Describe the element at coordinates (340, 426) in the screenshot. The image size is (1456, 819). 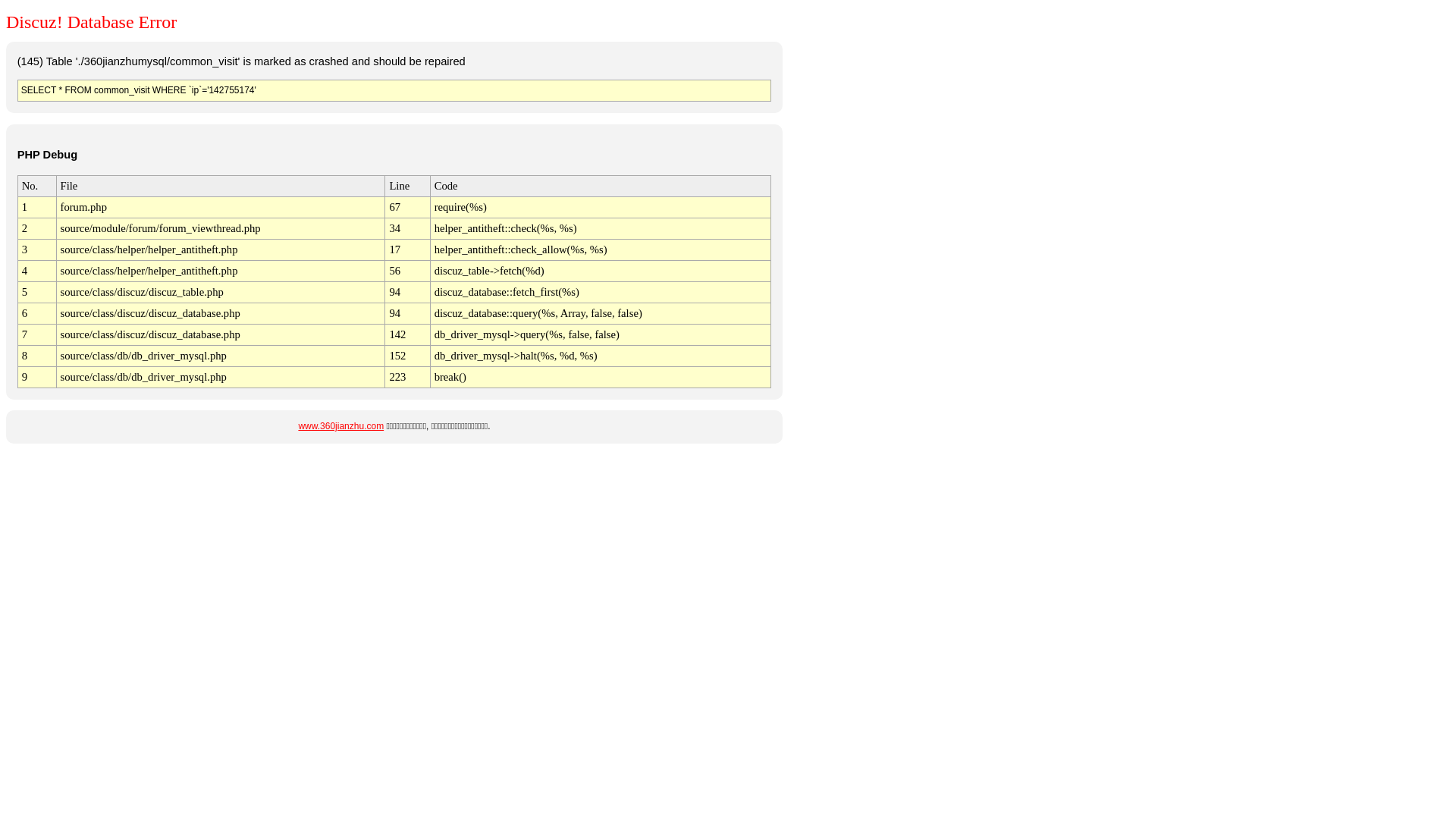
I see `'www.360jianzhu.com'` at that location.